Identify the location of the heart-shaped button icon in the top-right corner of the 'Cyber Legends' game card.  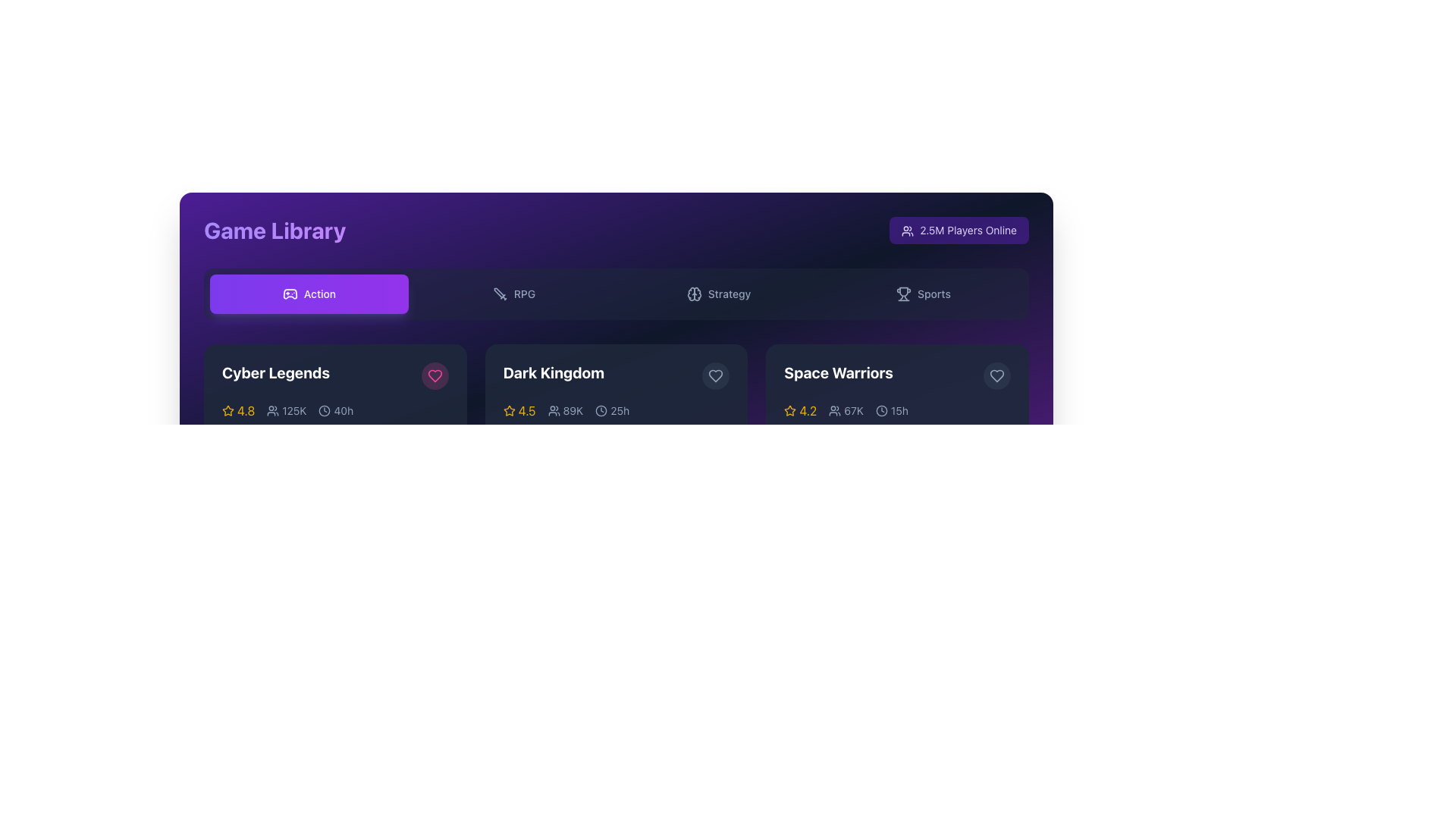
(434, 375).